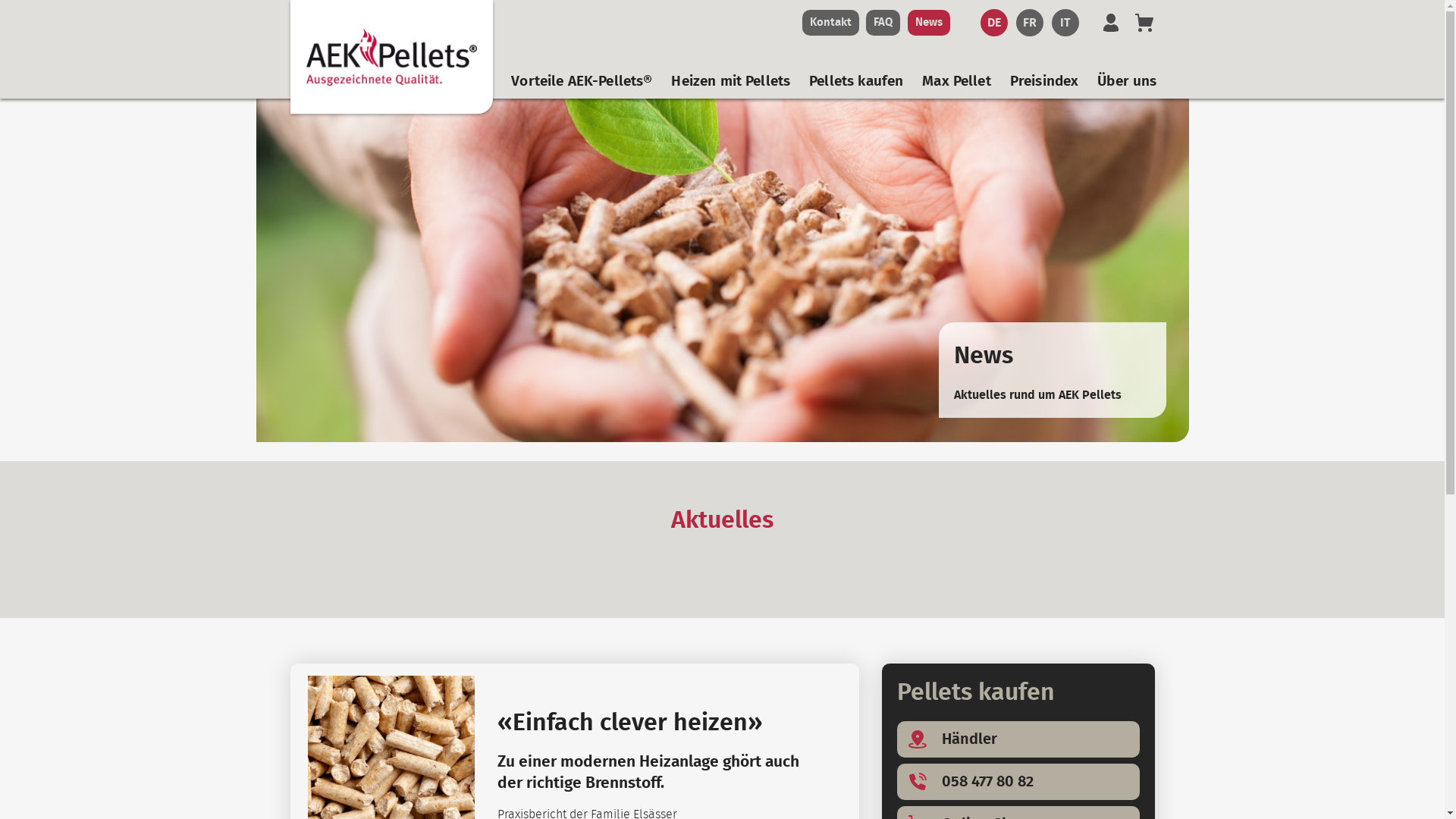 The height and width of the screenshot is (819, 1456). Describe the element at coordinates (993, 23) in the screenshot. I see `'DE'` at that location.